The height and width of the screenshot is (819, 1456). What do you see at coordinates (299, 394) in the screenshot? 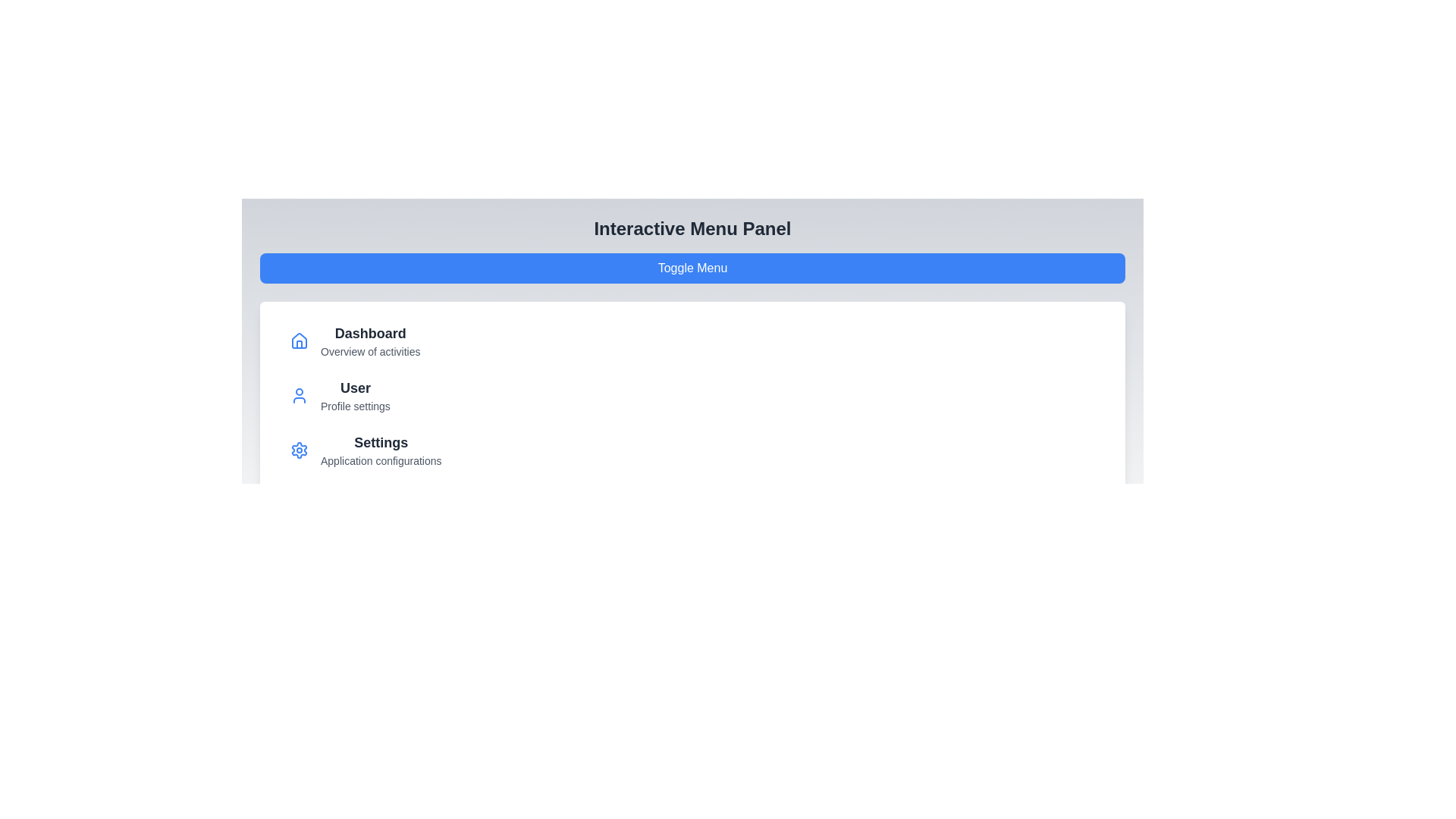
I see `the icon associated with the menu item labeled User` at bounding box center [299, 394].